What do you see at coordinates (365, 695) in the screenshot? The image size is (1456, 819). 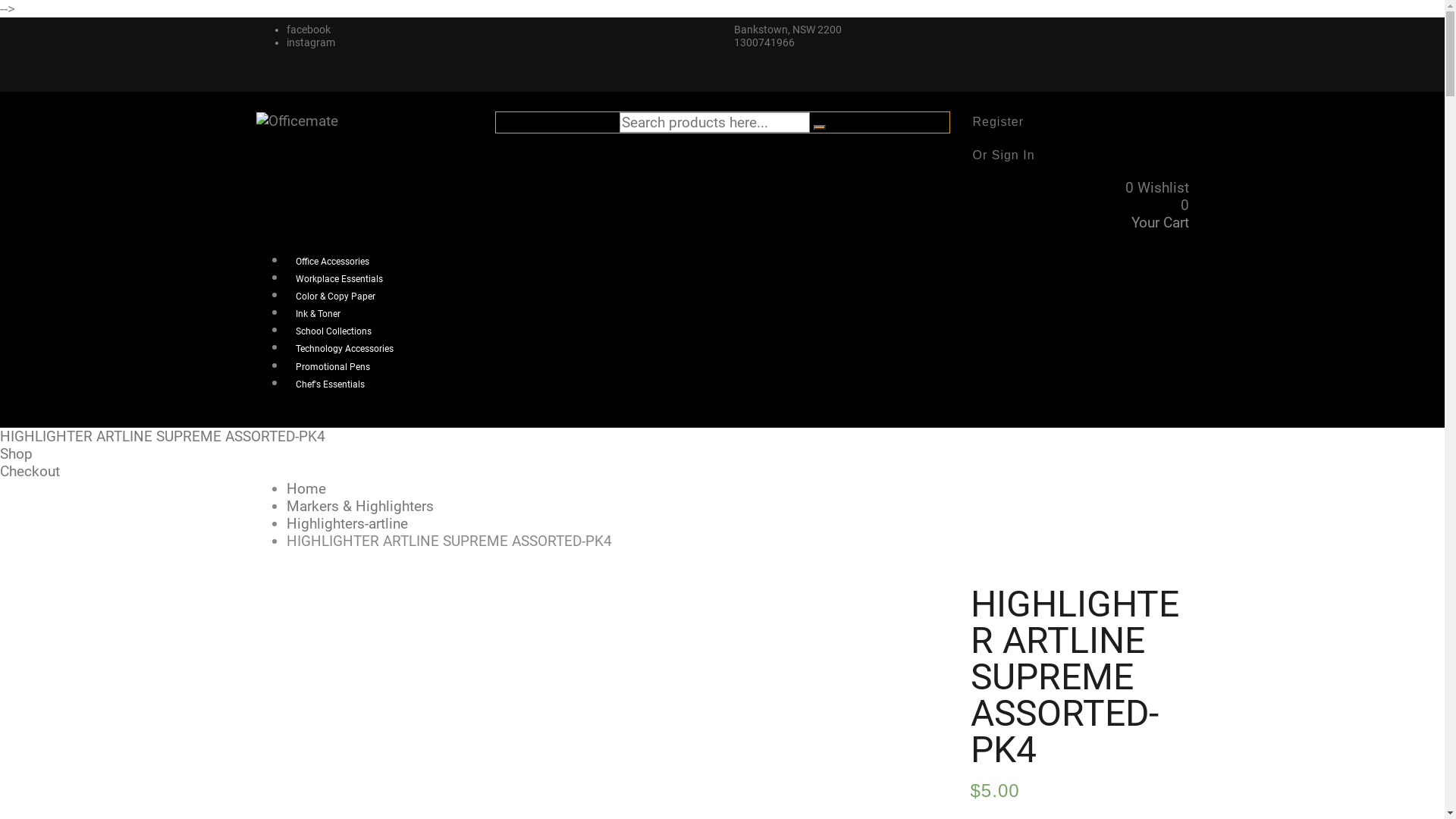 I see `'1417-O2408'` at bounding box center [365, 695].